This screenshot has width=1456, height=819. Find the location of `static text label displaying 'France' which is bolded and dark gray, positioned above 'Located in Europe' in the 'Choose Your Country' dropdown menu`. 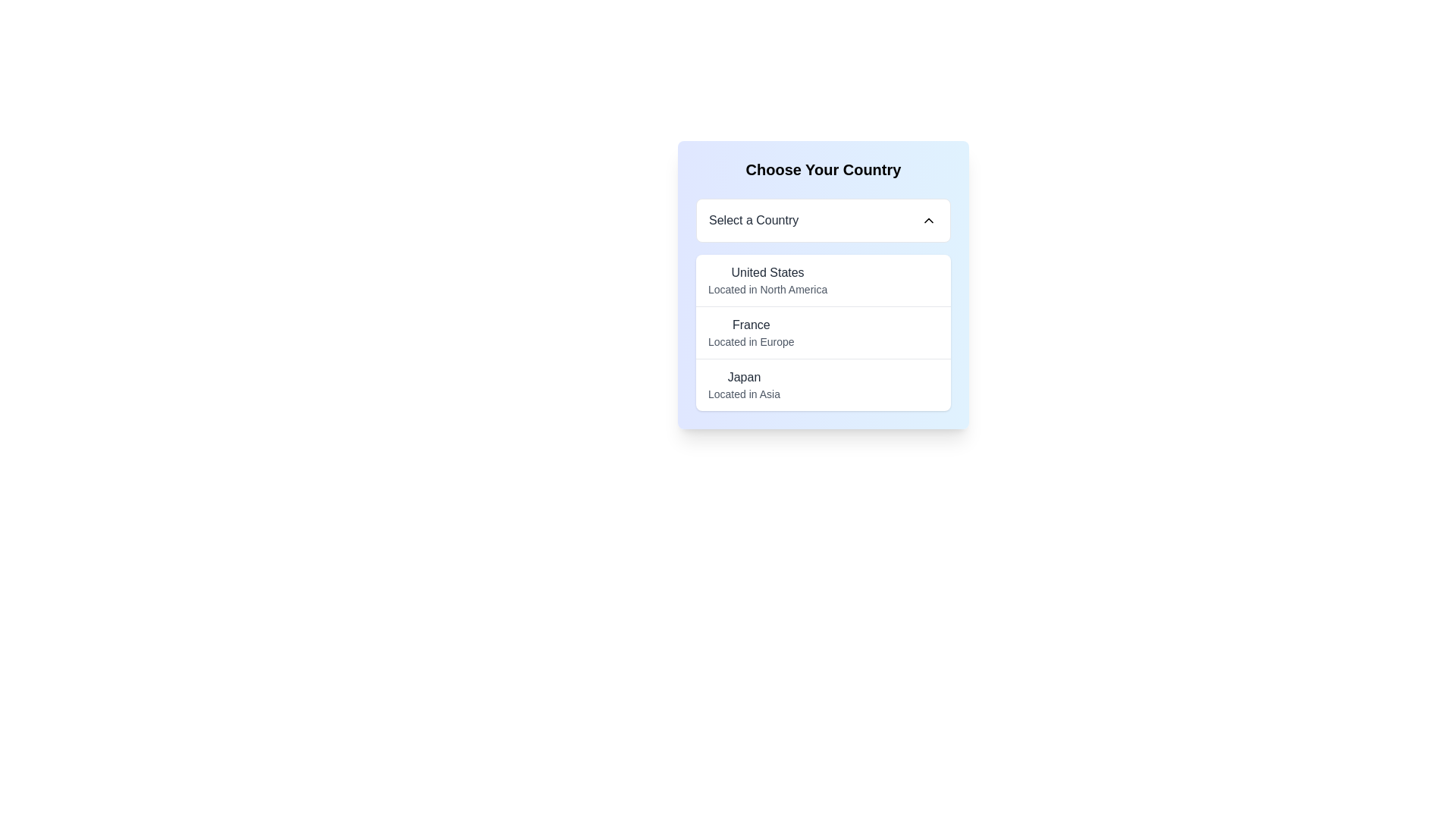

static text label displaying 'France' which is bolded and dark gray, positioned above 'Located in Europe' in the 'Choose Your Country' dropdown menu is located at coordinates (751, 324).